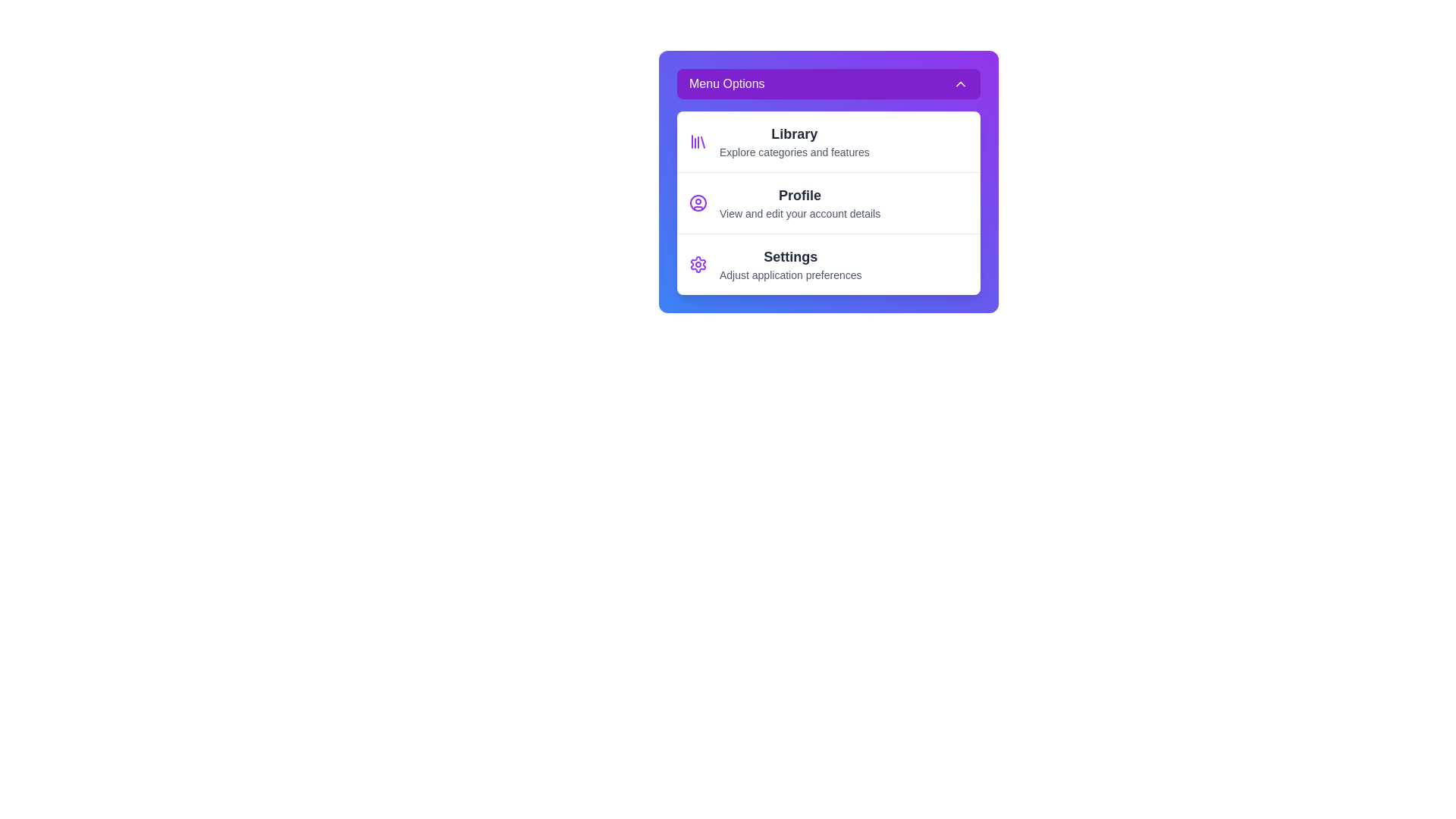 This screenshot has height=819, width=1456. I want to click on the 'Settings' text label, so click(789, 263).